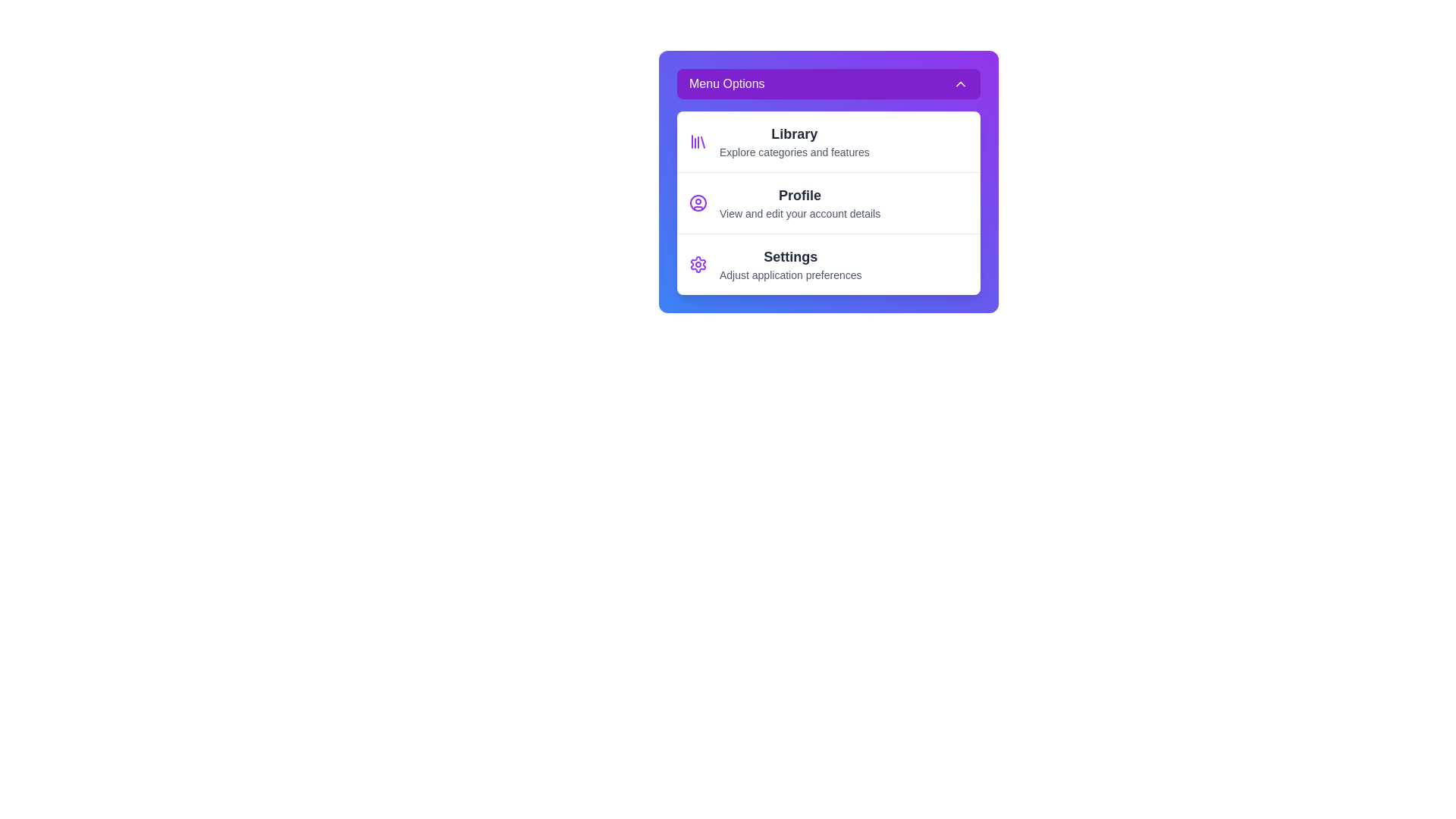 This screenshot has height=819, width=1456. I want to click on the 'Settings' text label, so click(789, 263).